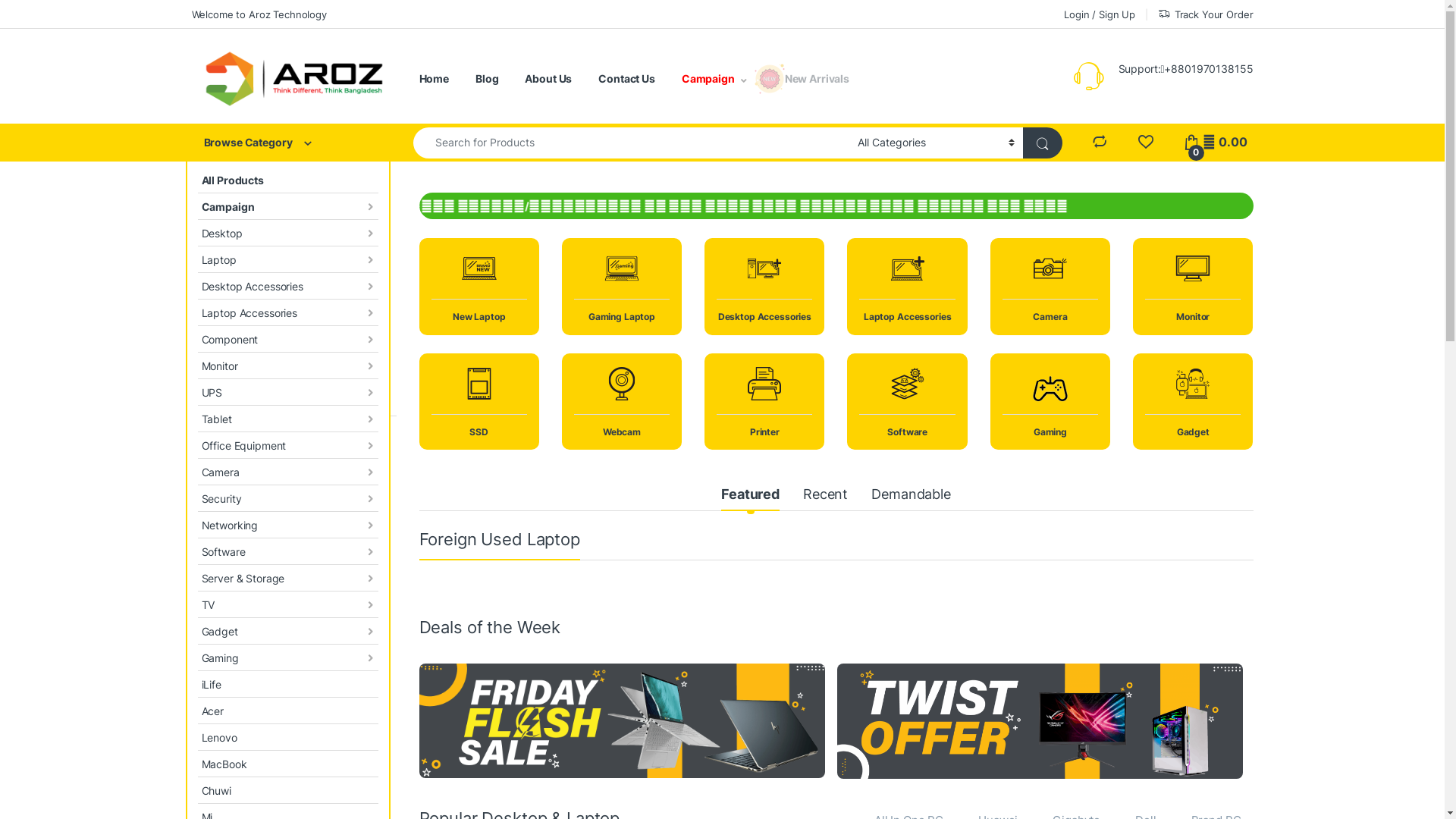 The width and height of the screenshot is (1456, 819). What do you see at coordinates (196, 338) in the screenshot?
I see `'Component'` at bounding box center [196, 338].